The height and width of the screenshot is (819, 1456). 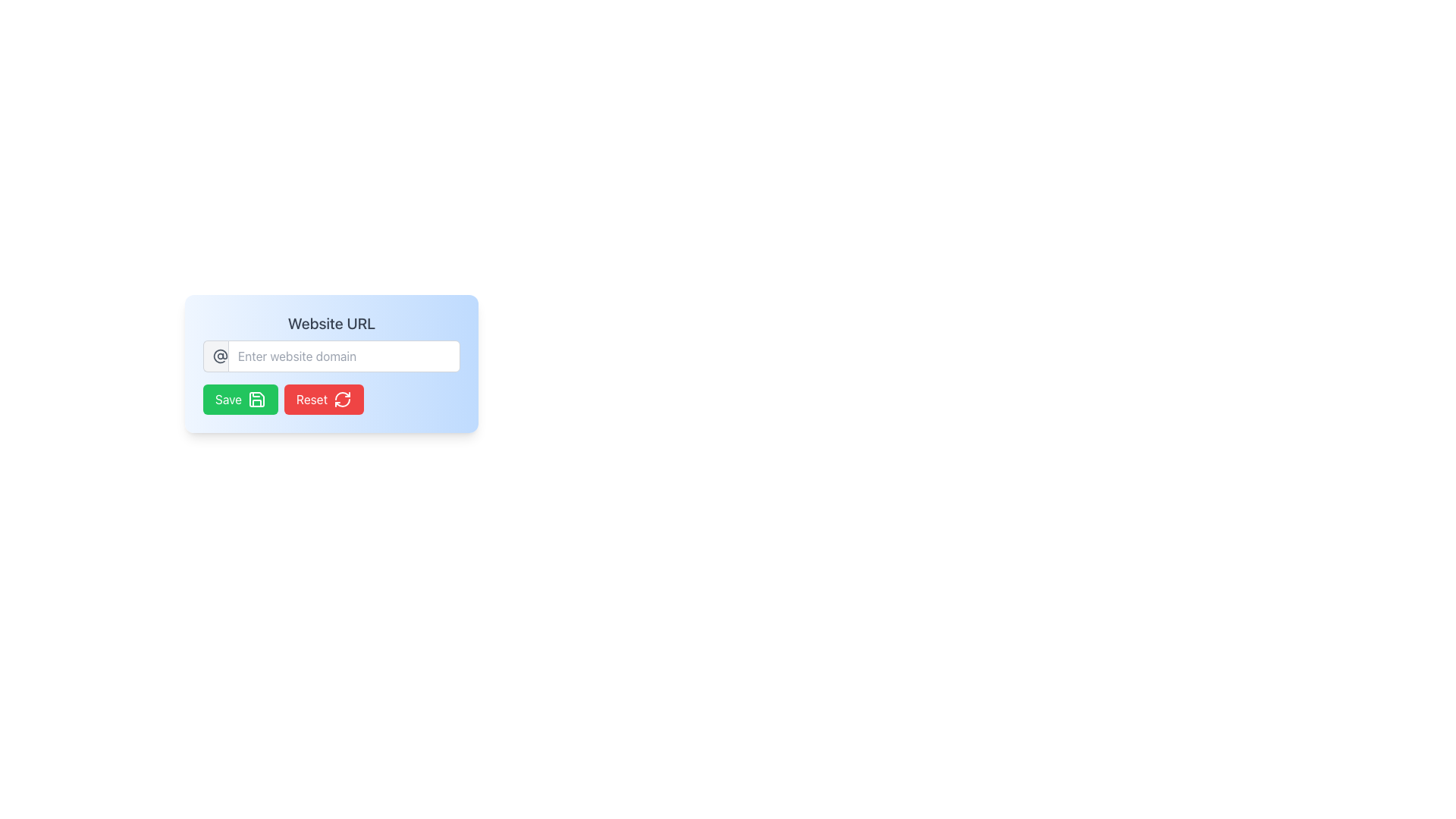 I want to click on the text label reading 'Website URL' which is styled in large gray font and positioned above the input box in the form layout, so click(x=331, y=323).